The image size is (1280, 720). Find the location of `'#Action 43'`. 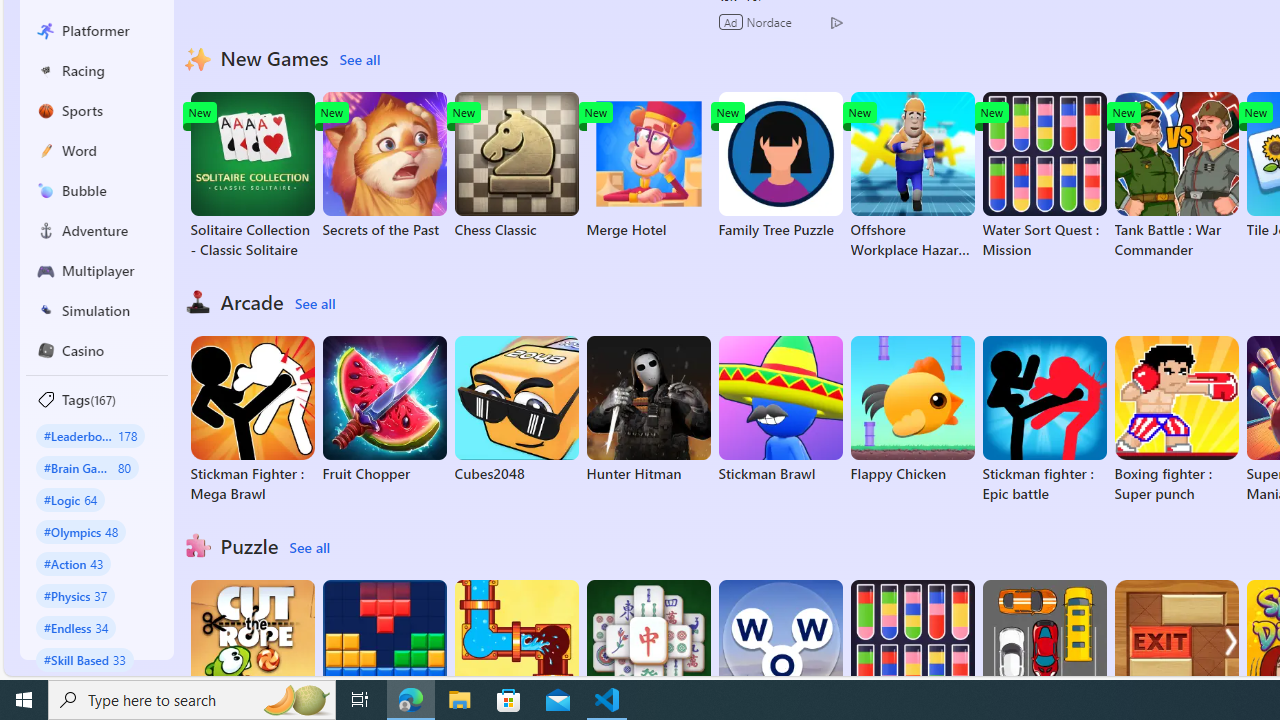

'#Action 43' is located at coordinates (74, 563).